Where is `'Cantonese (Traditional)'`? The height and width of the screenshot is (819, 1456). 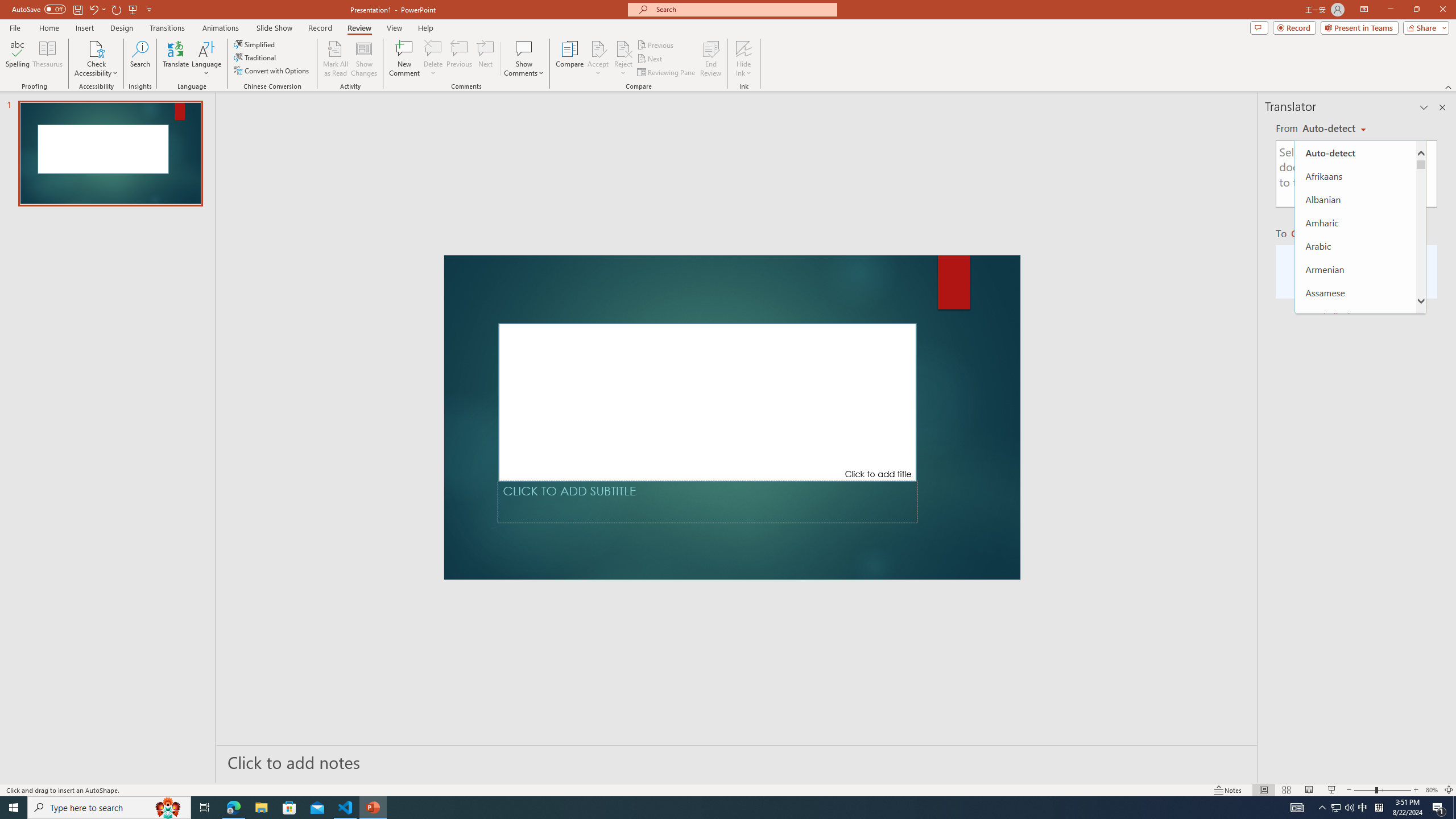
'Cantonese (Traditional)' is located at coordinates (1355, 501).